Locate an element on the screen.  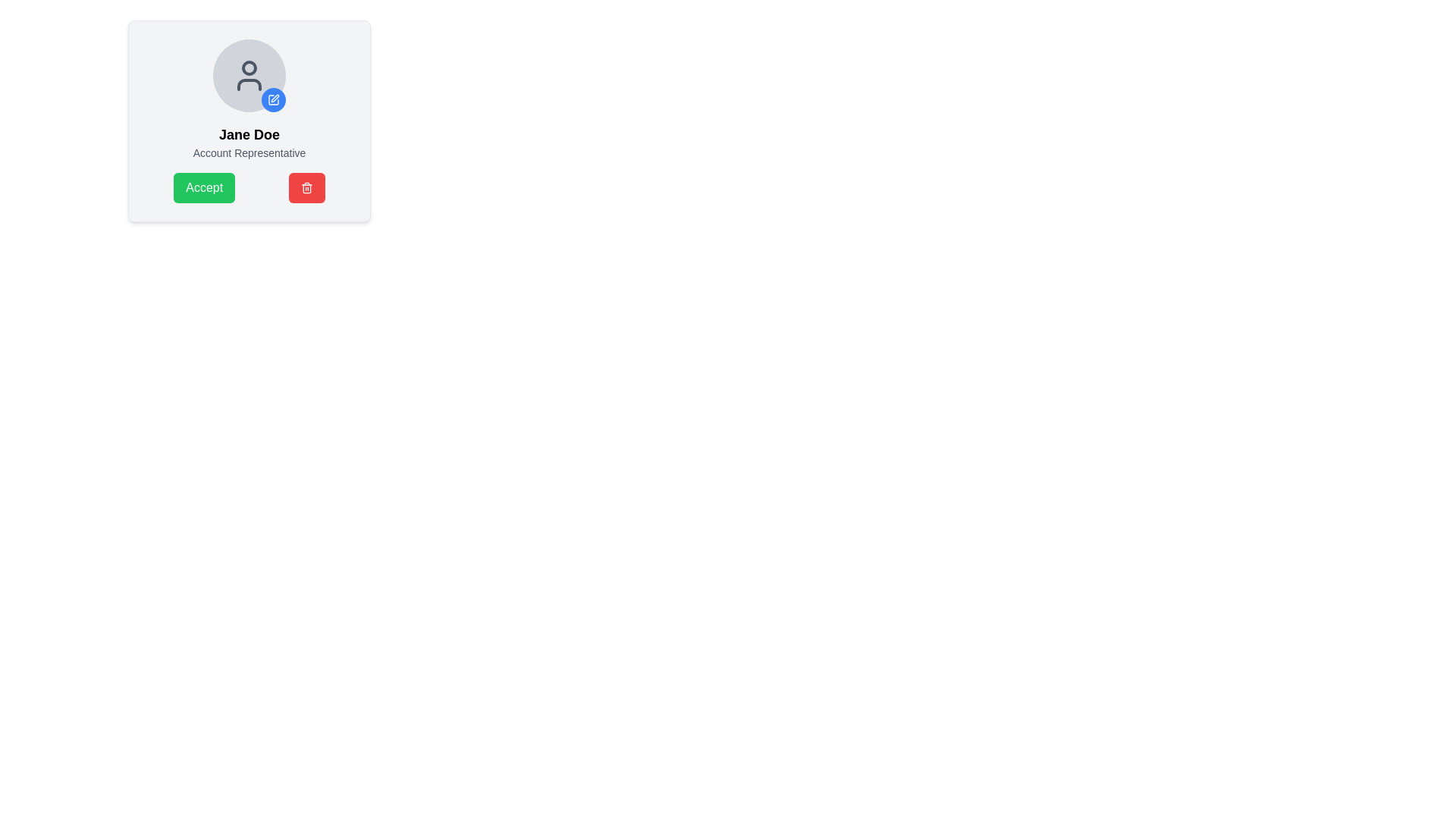
the lower part of the silhouette figure icon, which is outlined and styled in 'text-gray-600' and positioned at the top-center of the card is located at coordinates (249, 84).